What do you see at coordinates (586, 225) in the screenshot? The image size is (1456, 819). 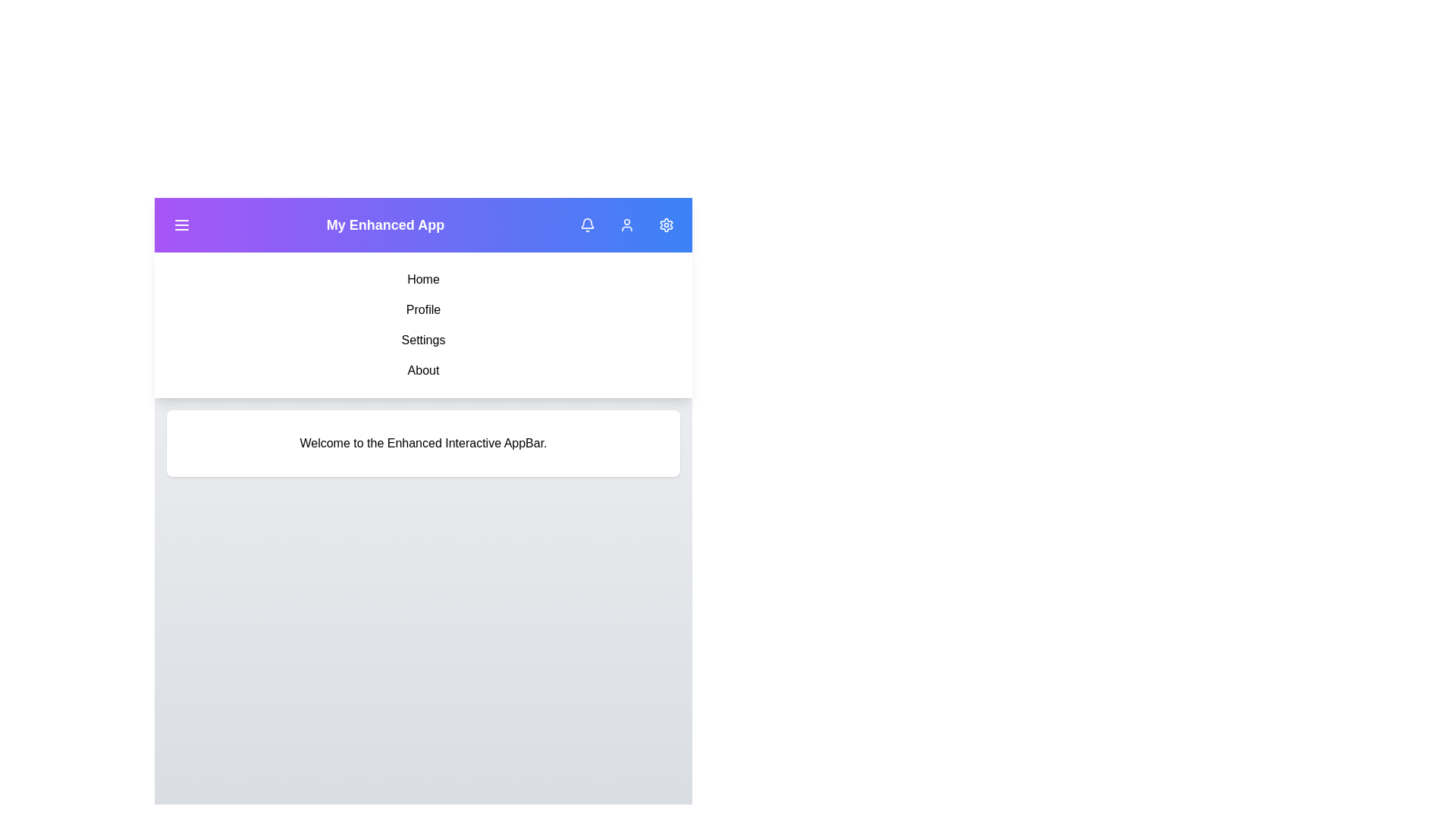 I see `the Bell button in the top-right corner of the app bar` at bounding box center [586, 225].